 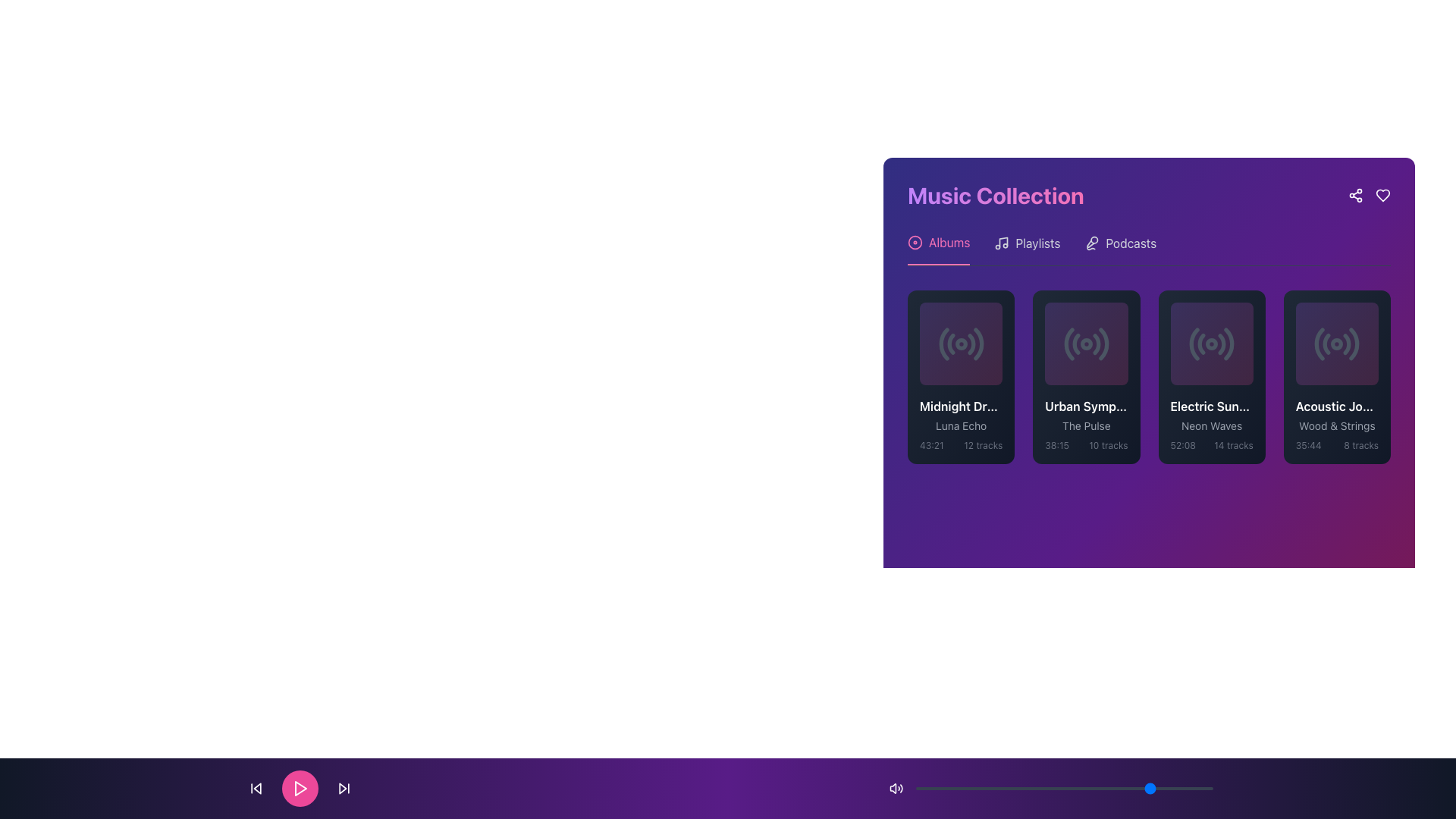 I want to click on the slider value, so click(x=1130, y=788).